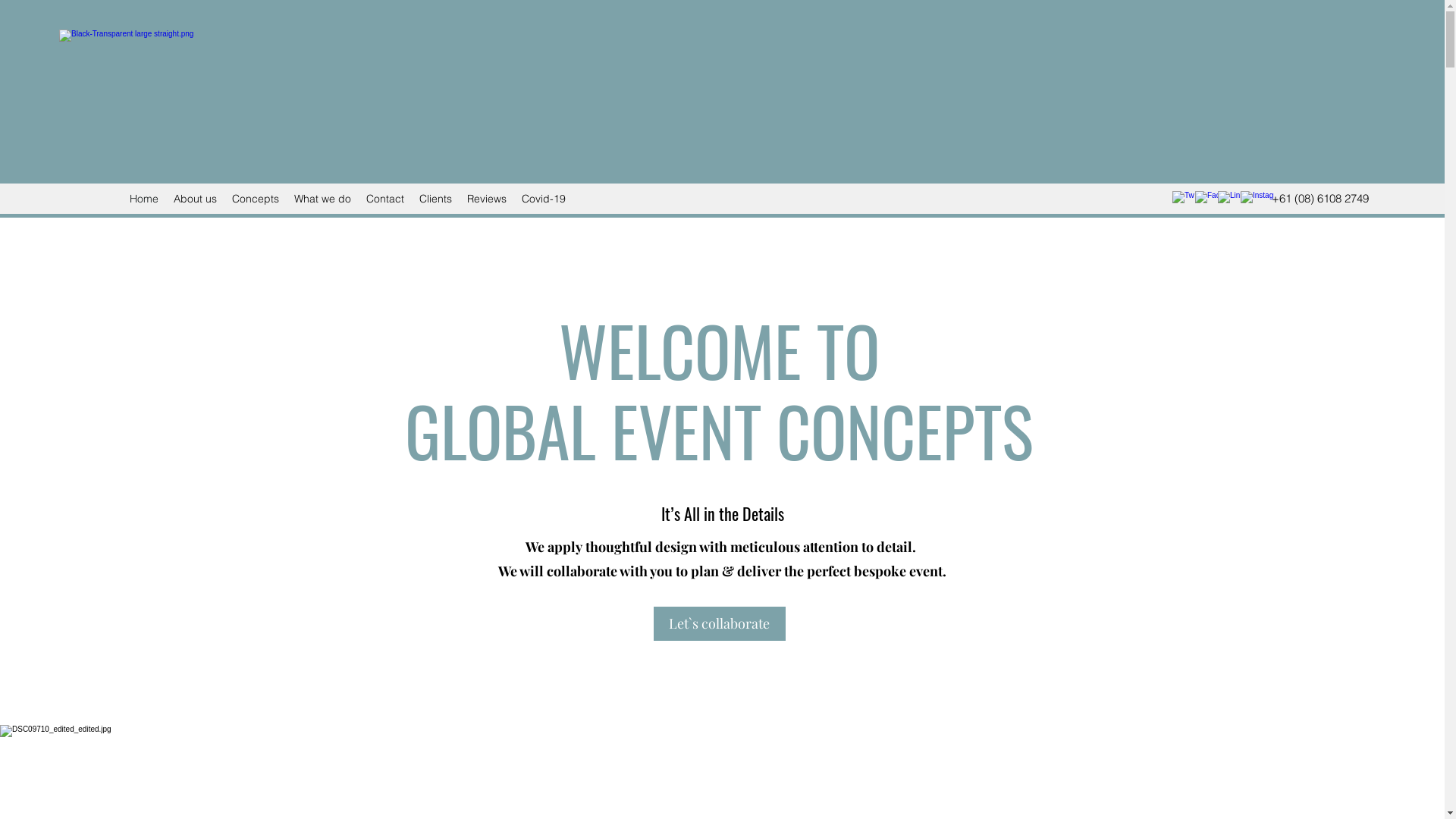  Describe the element at coordinates (719, 623) in the screenshot. I see `'Let`s collaborate'` at that location.